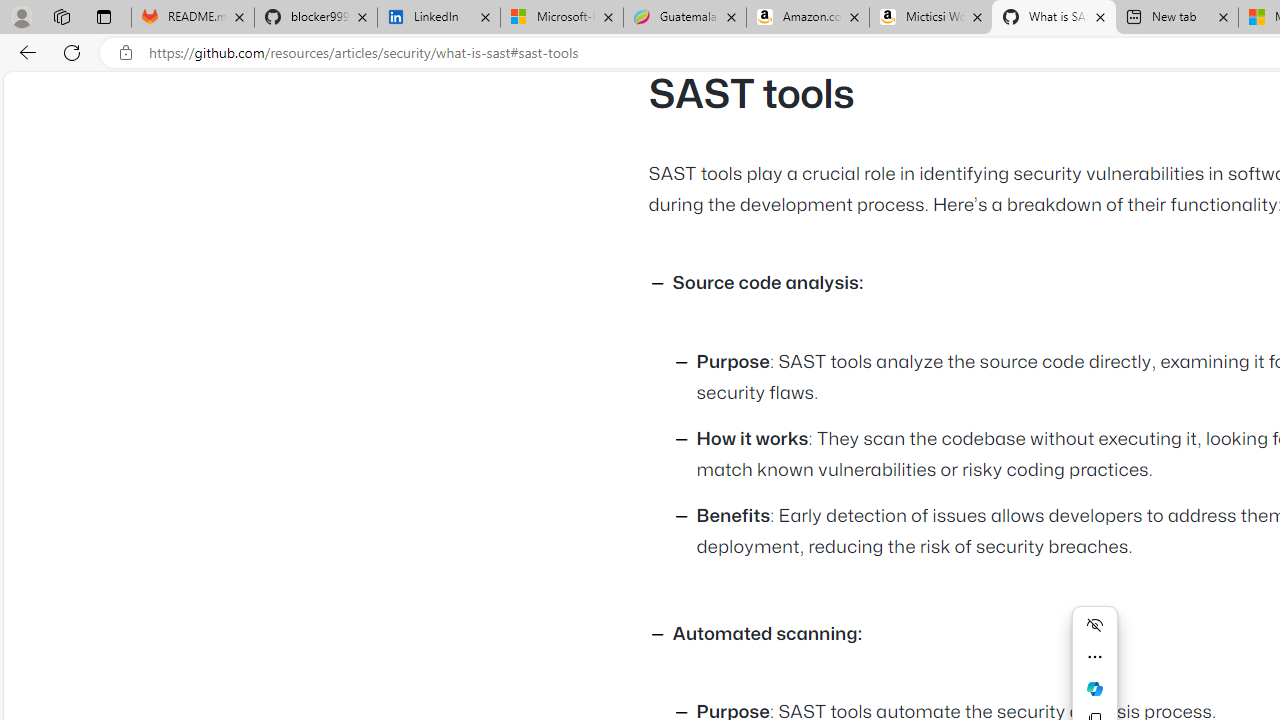 The width and height of the screenshot is (1280, 720). I want to click on 'More actions', so click(1094, 657).